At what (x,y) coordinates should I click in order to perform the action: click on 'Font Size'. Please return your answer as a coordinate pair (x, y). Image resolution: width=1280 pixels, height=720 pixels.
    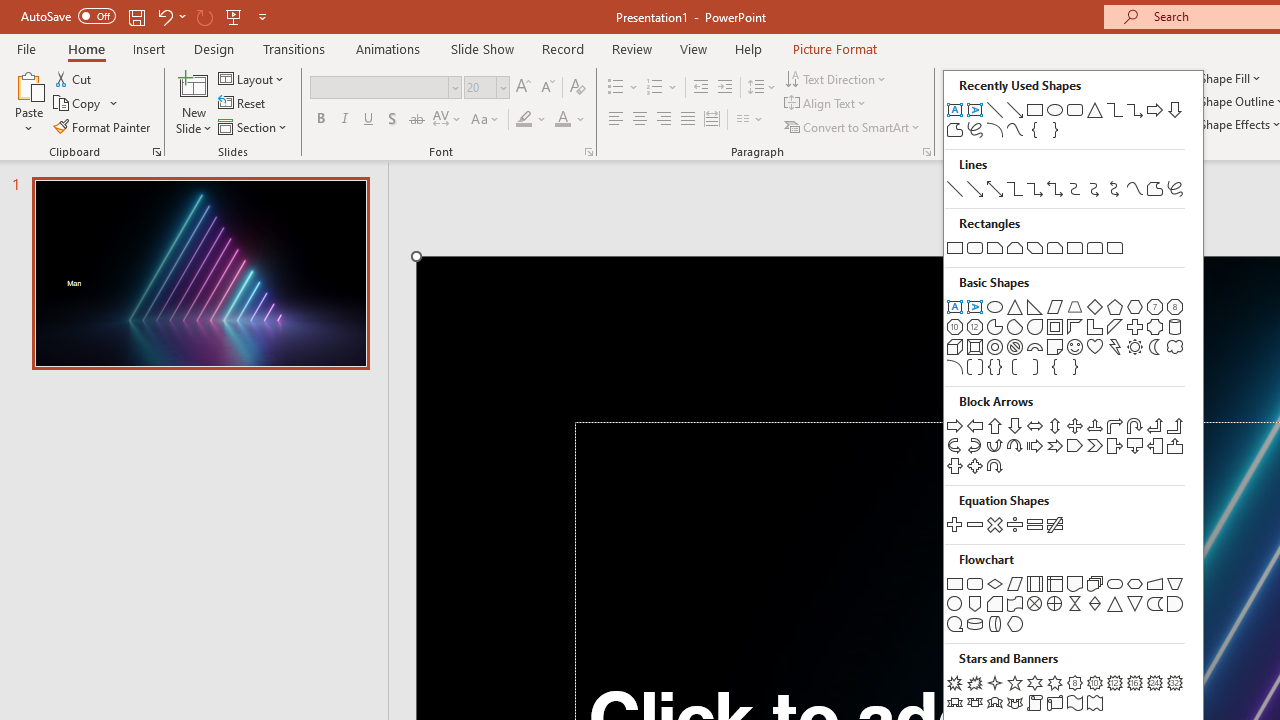
    Looking at the image, I should click on (486, 86).